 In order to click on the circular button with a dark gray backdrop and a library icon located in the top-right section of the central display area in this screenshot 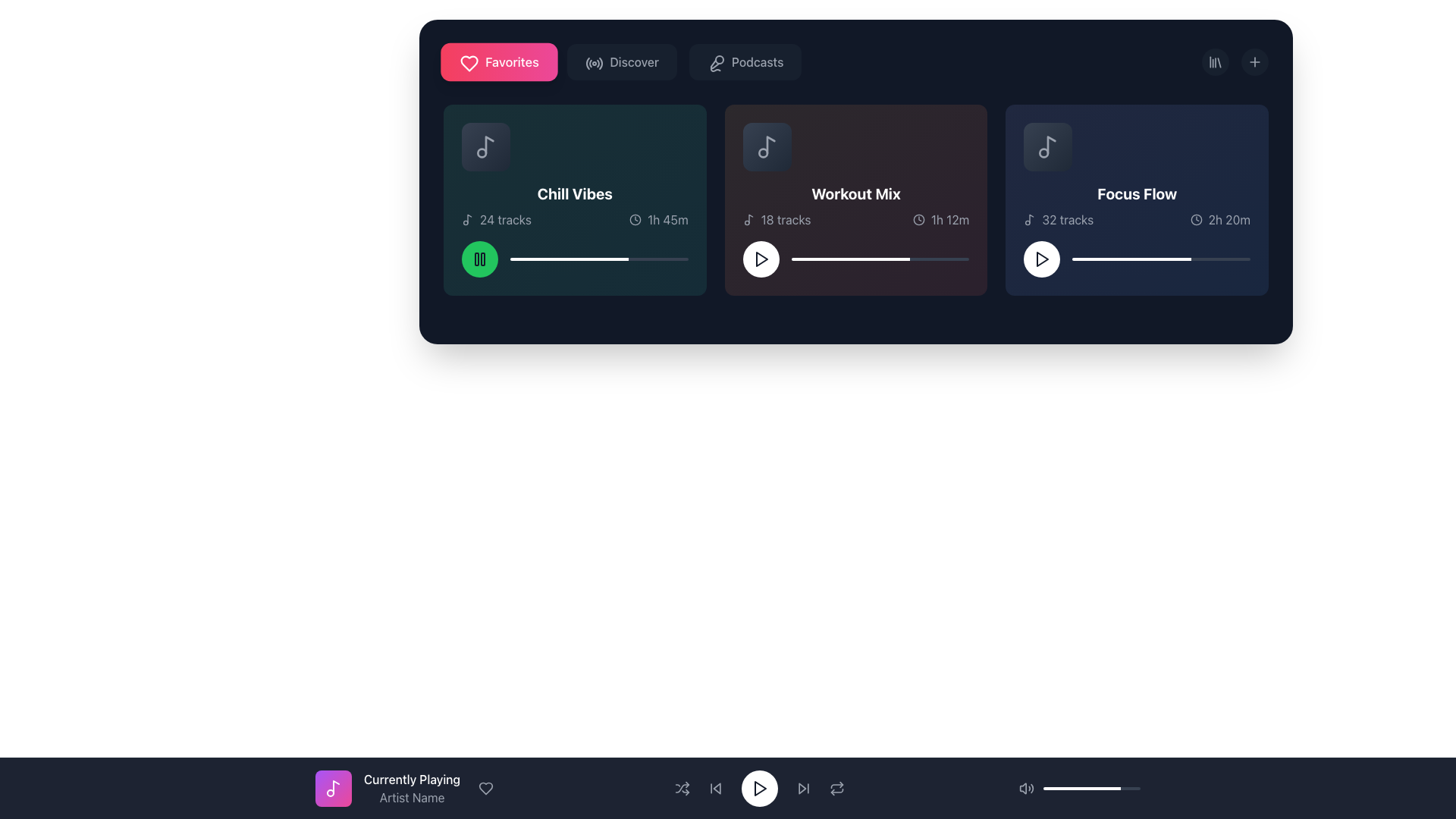, I will do `click(1216, 61)`.